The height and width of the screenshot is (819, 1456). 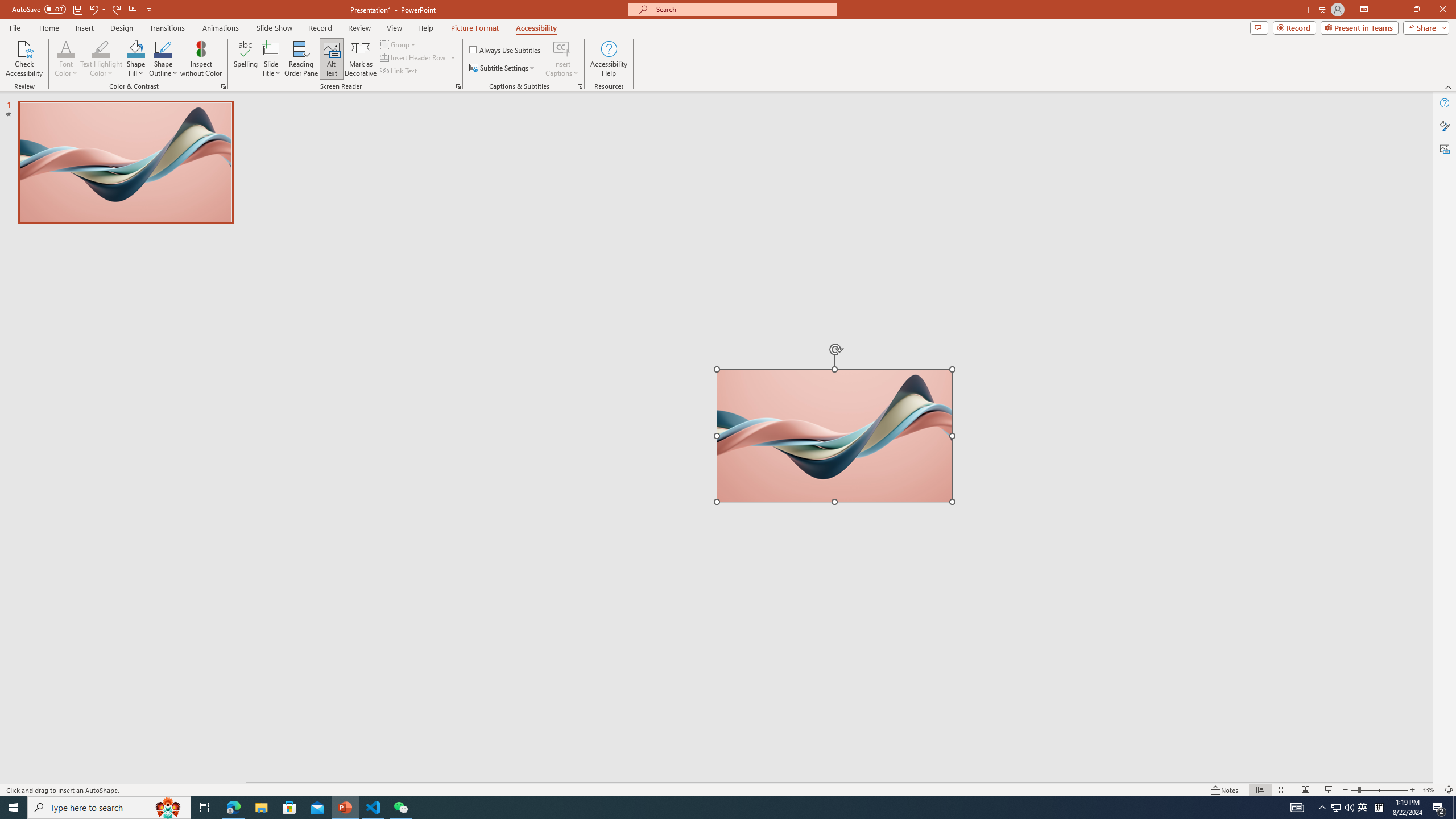 What do you see at coordinates (1444, 126) in the screenshot?
I see `'Format Picture'` at bounding box center [1444, 126].